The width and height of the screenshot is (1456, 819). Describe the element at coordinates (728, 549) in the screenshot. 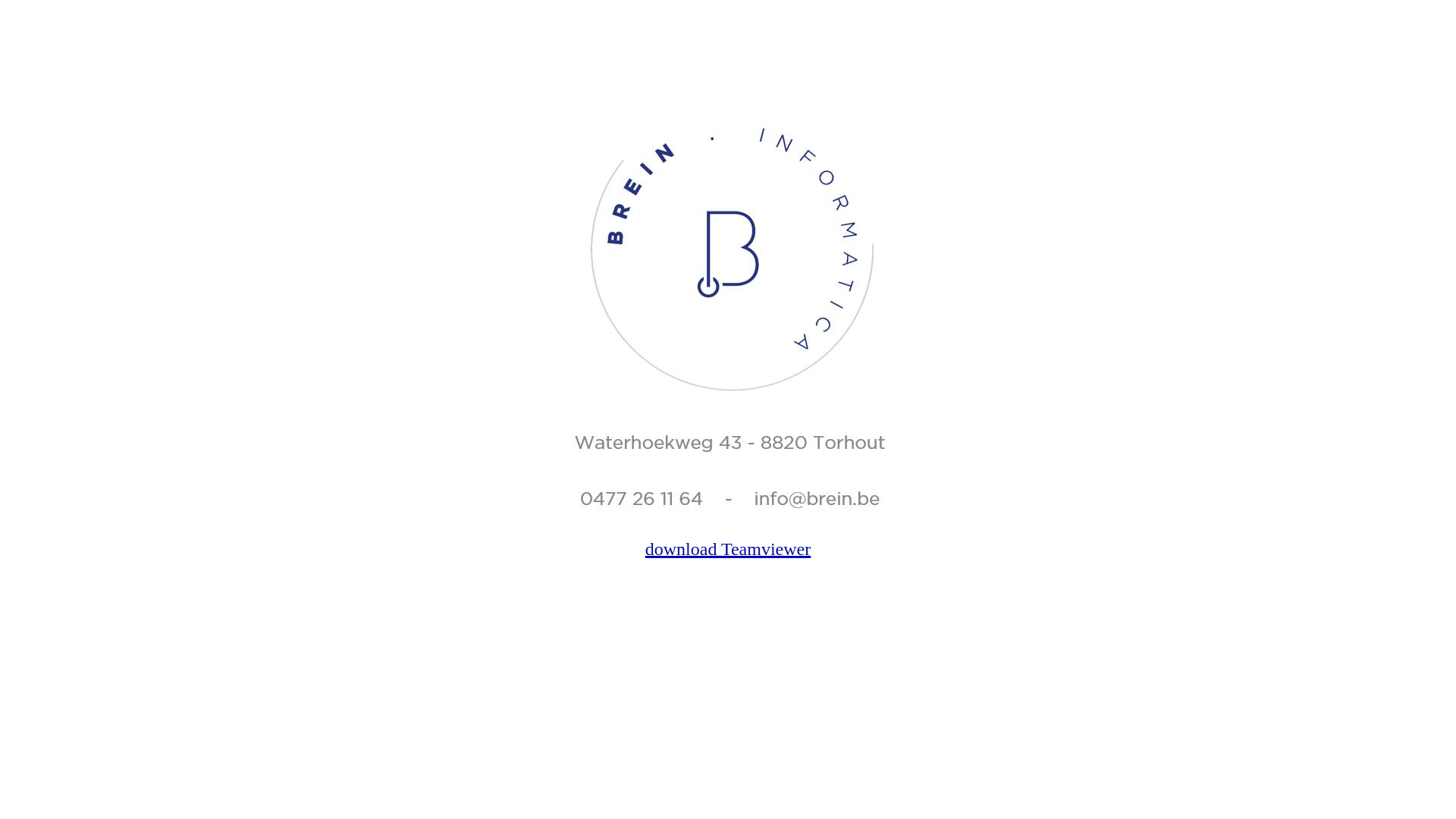

I see `'download Teamviewer'` at that location.